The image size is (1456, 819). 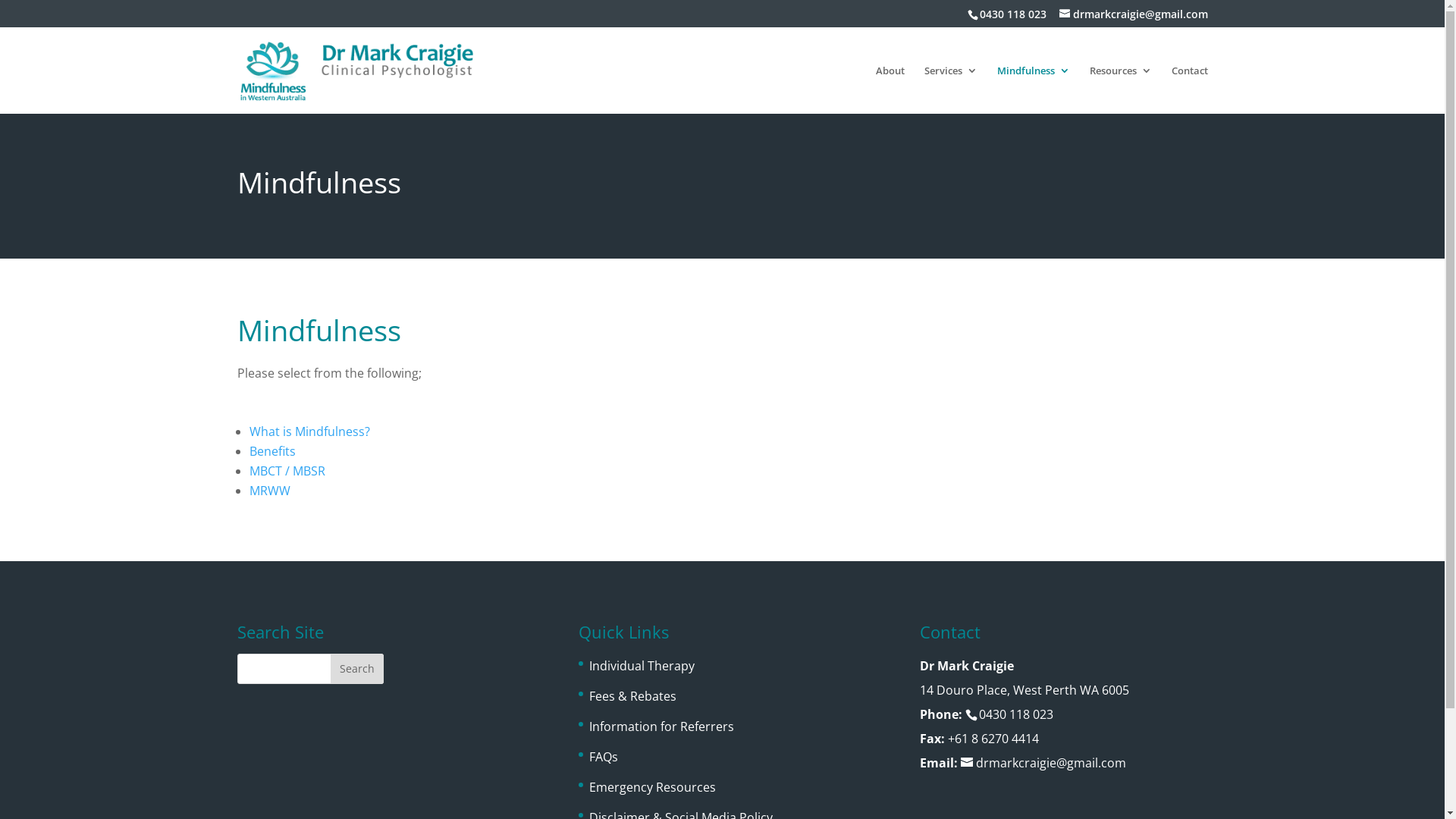 I want to click on 'Benefits', so click(x=271, y=450).